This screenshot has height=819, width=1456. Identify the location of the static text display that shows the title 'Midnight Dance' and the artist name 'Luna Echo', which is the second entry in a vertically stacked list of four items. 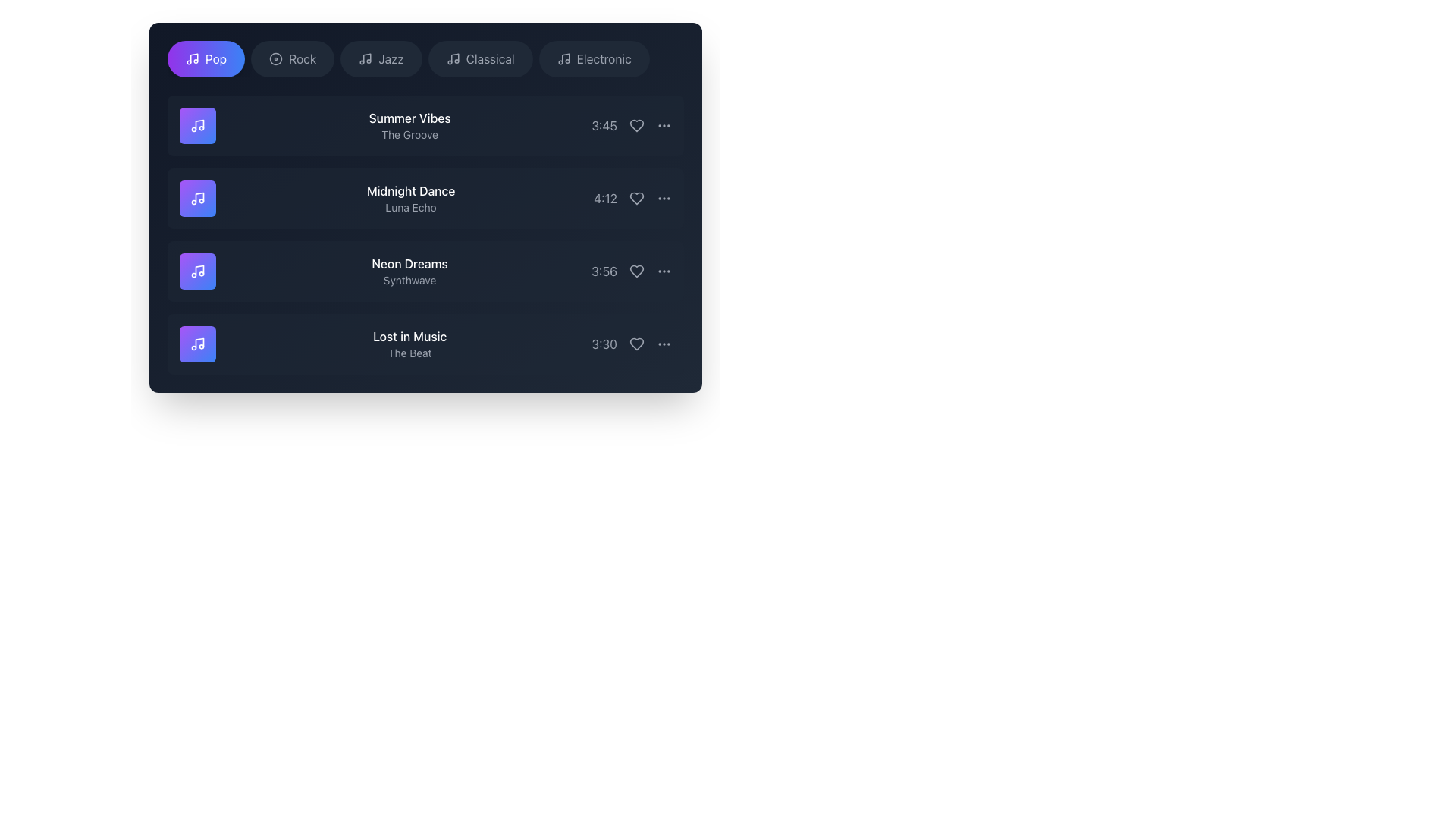
(411, 198).